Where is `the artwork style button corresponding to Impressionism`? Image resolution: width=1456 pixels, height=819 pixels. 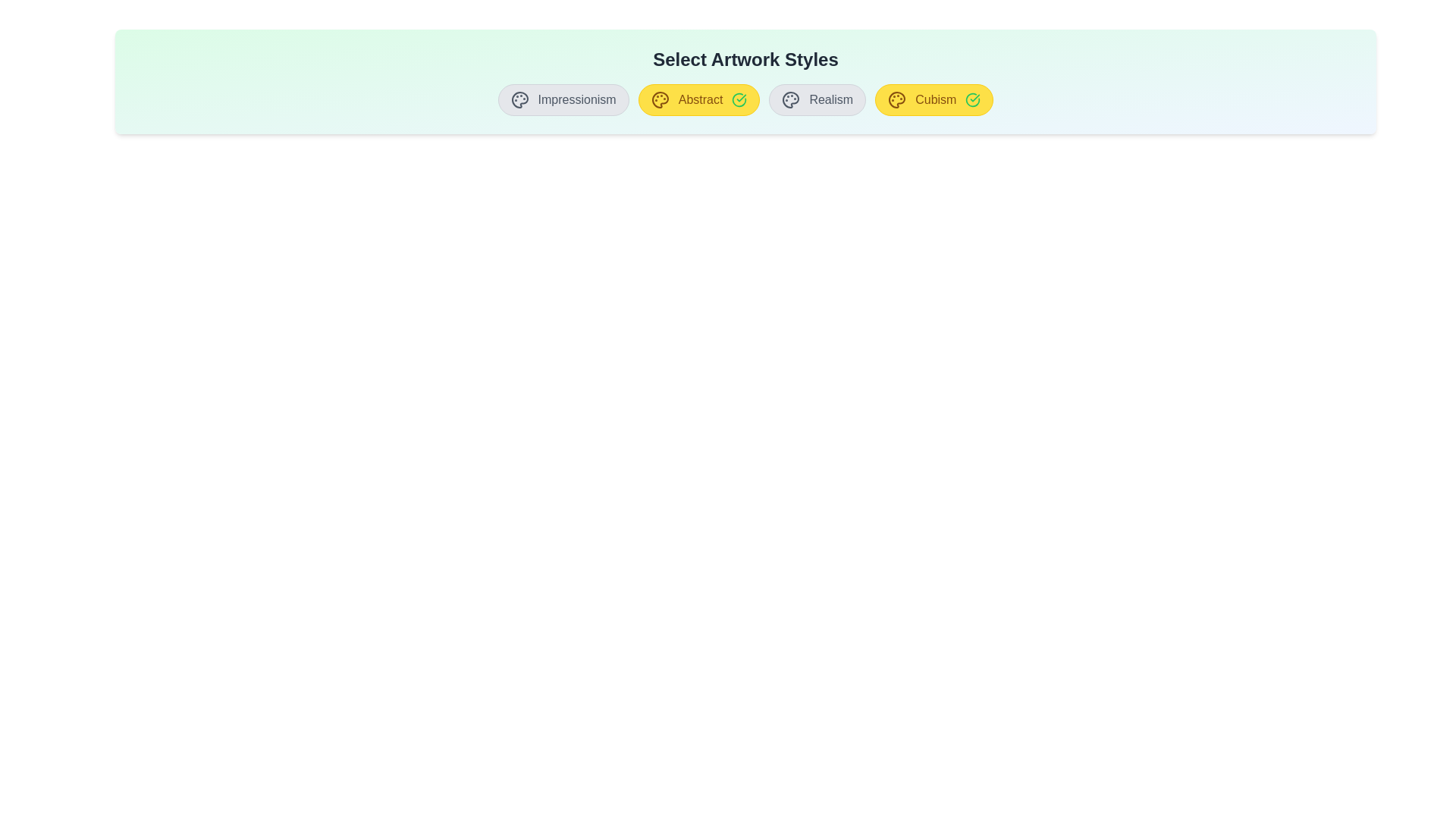 the artwork style button corresponding to Impressionism is located at coordinates (563, 99).